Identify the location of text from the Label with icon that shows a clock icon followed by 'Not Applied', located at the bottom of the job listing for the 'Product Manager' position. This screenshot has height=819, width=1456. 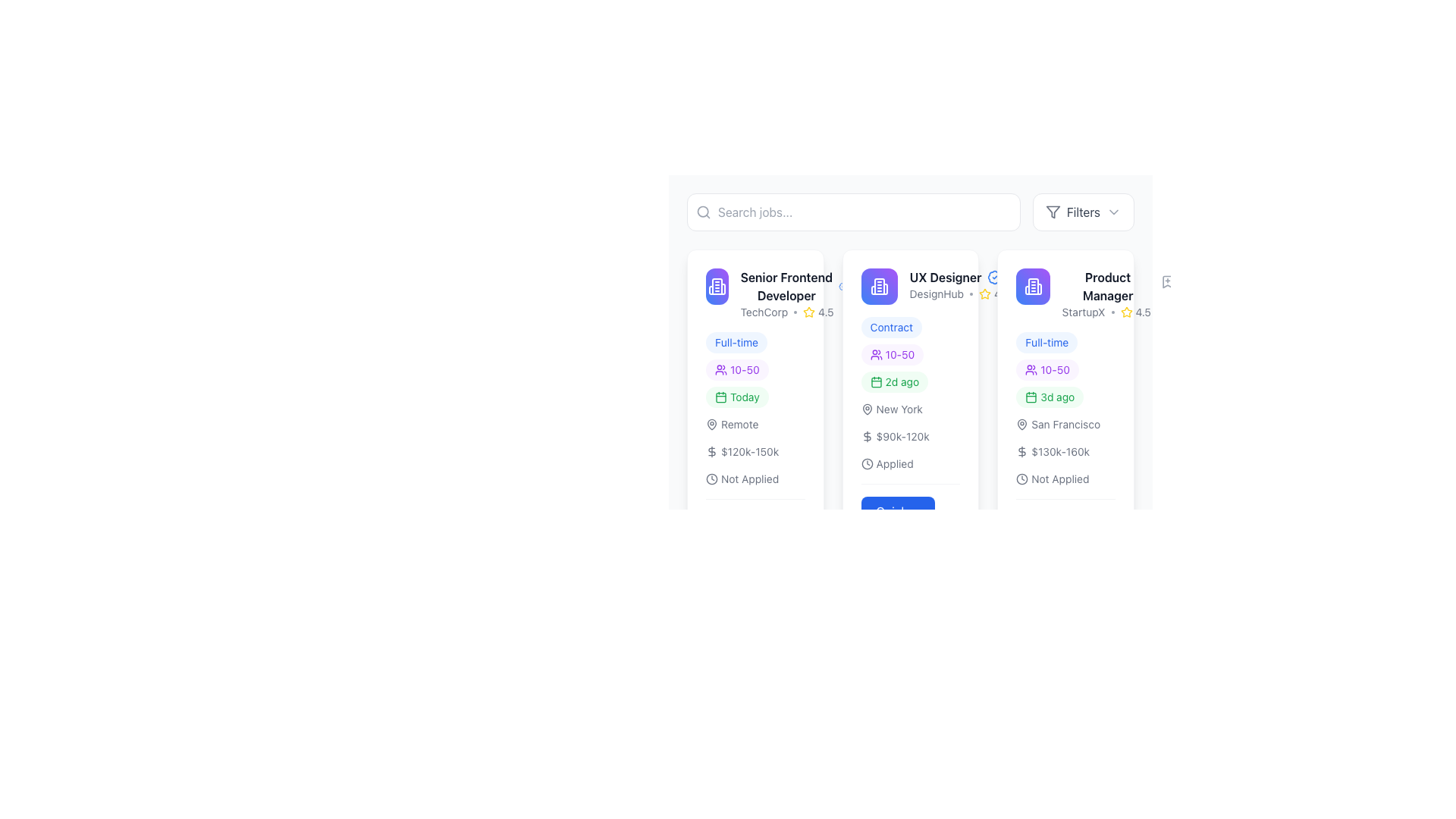
(1052, 479).